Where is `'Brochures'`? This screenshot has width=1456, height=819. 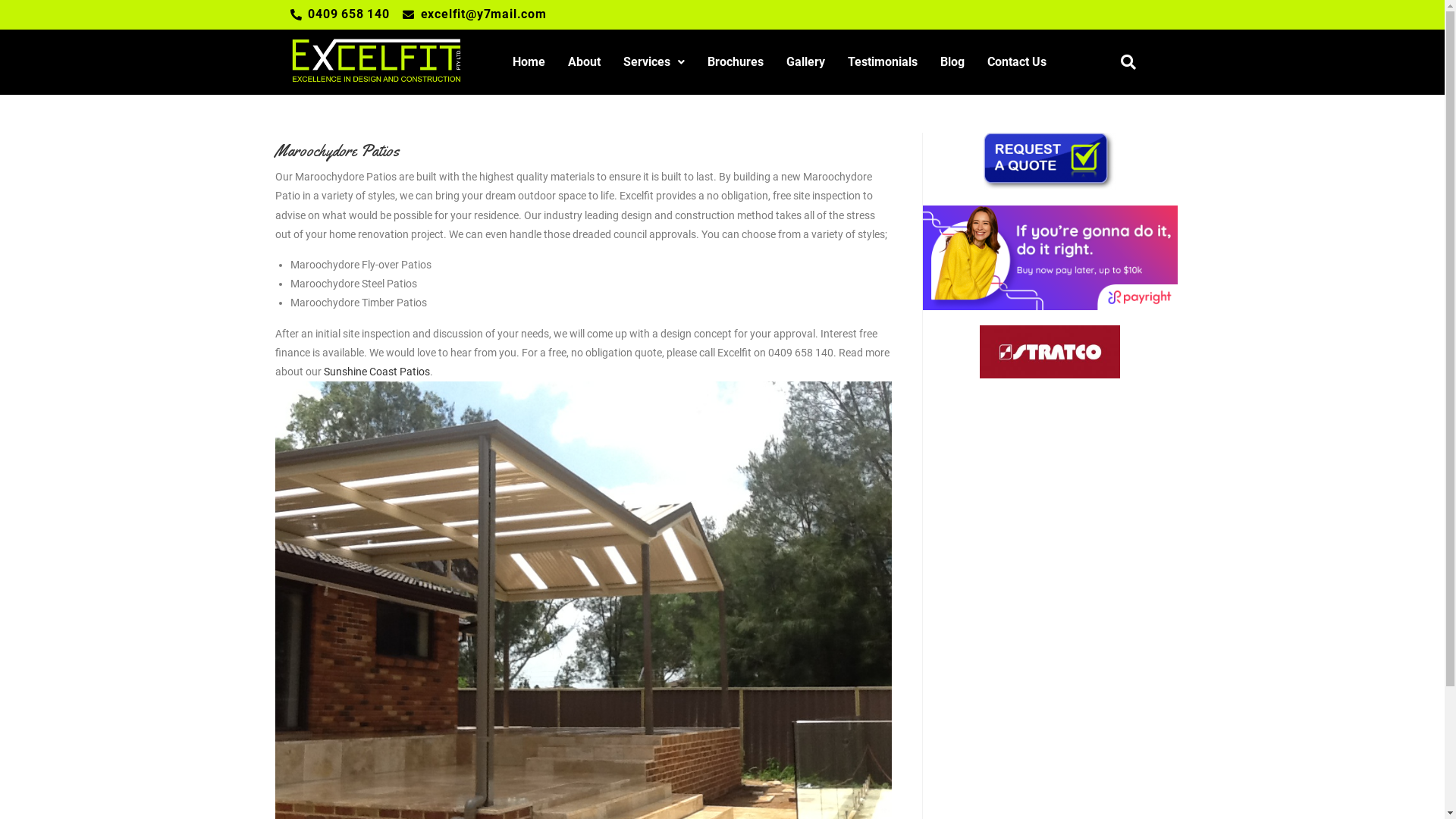 'Brochures' is located at coordinates (735, 61).